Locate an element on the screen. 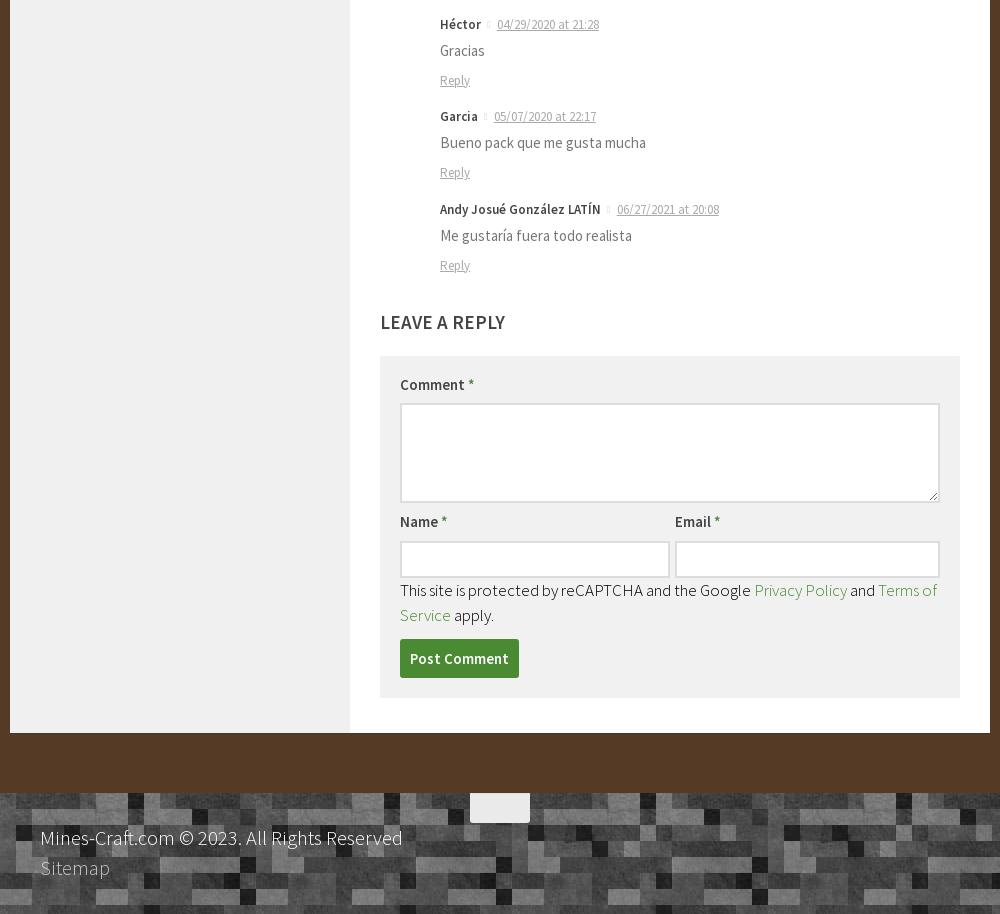 This screenshot has width=1000, height=914. '04/29/2020 at 21:28' is located at coordinates (547, 23).